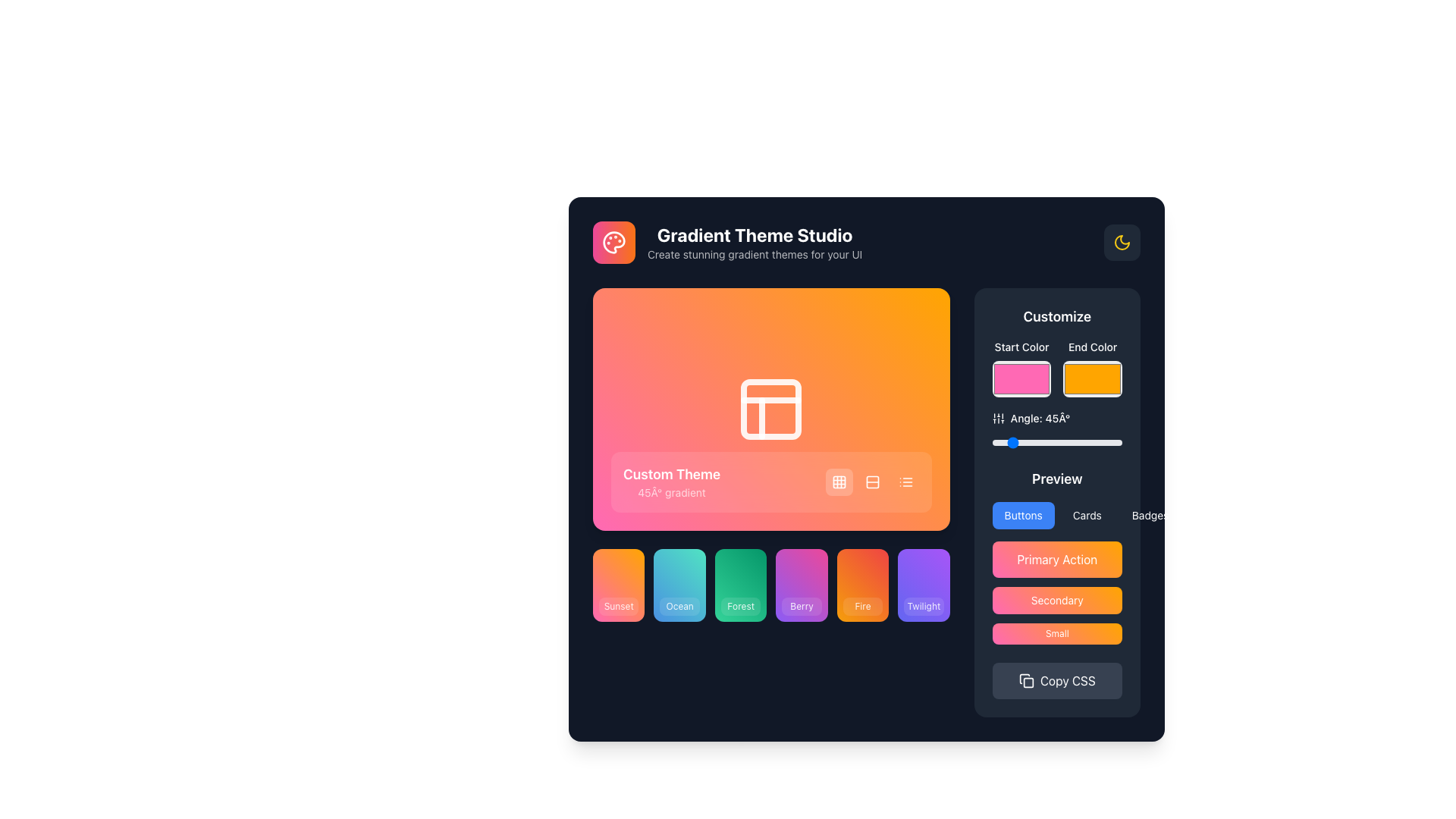 The height and width of the screenshot is (819, 1456). What do you see at coordinates (923, 584) in the screenshot?
I see `the 'Twilight' selectable card for keyboard selection` at bounding box center [923, 584].